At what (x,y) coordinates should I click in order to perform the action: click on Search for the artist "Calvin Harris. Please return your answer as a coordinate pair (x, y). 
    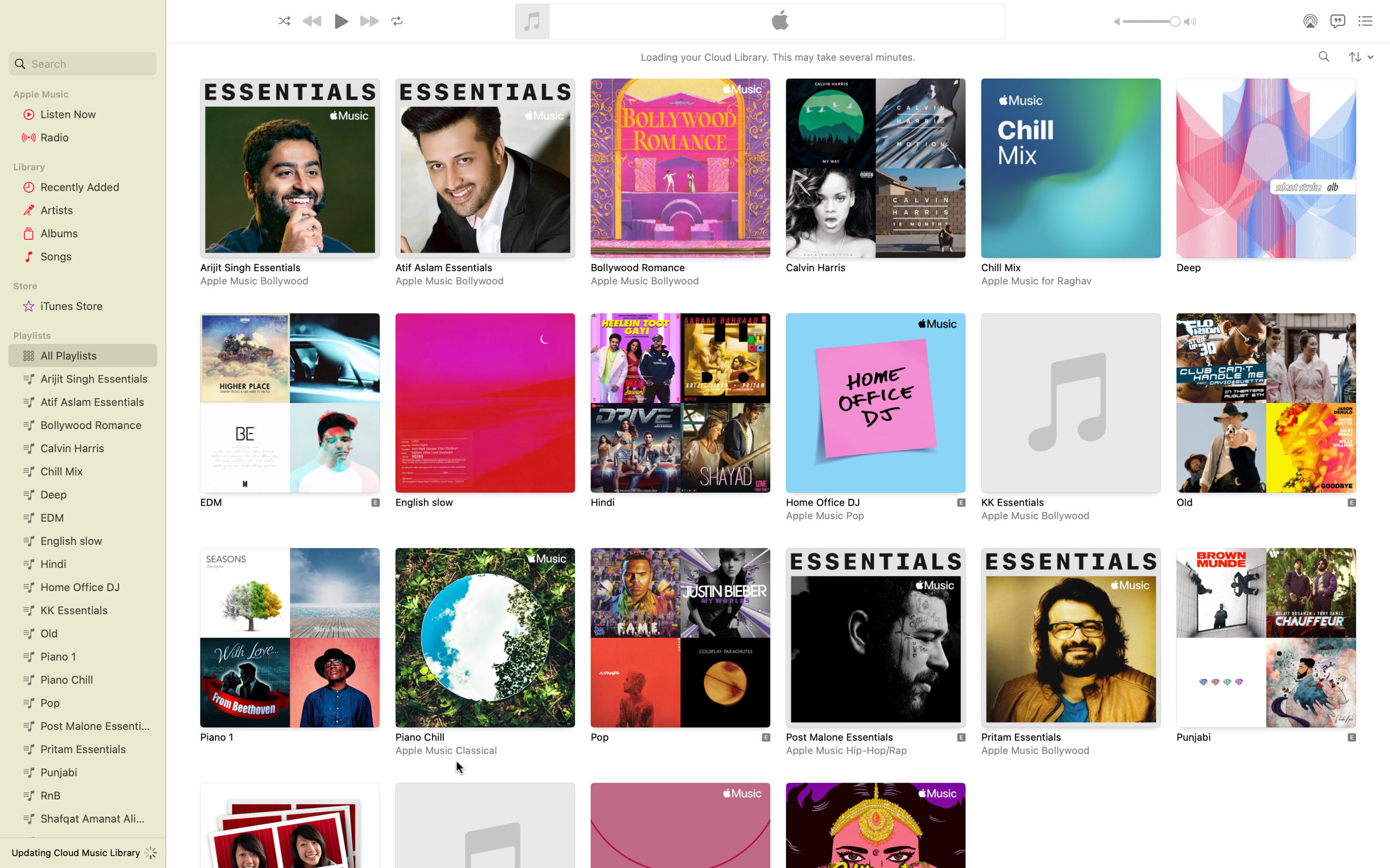
    Looking at the image, I should click on (1324, 57).